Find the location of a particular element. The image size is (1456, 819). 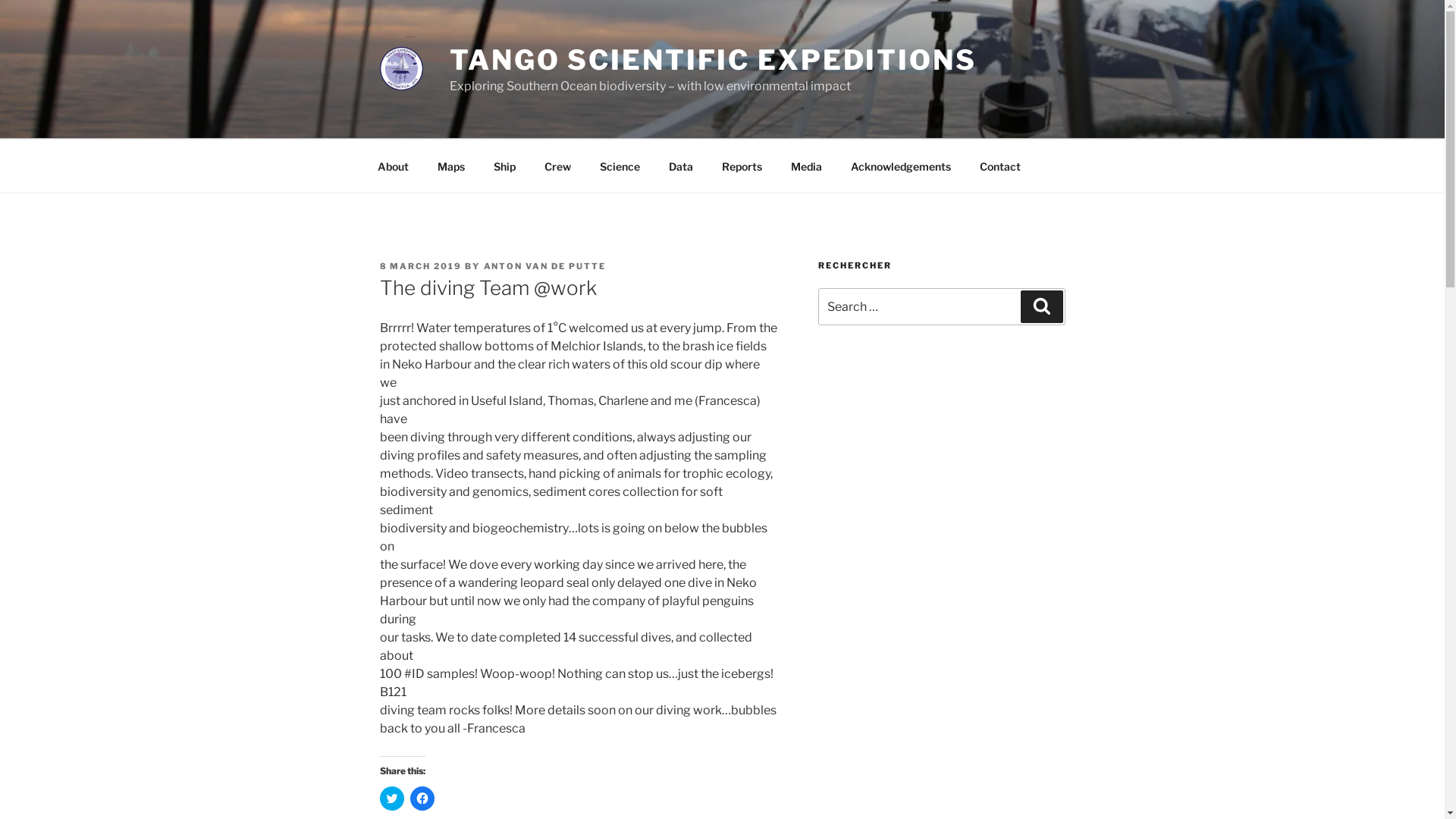

'About' is located at coordinates (393, 165).